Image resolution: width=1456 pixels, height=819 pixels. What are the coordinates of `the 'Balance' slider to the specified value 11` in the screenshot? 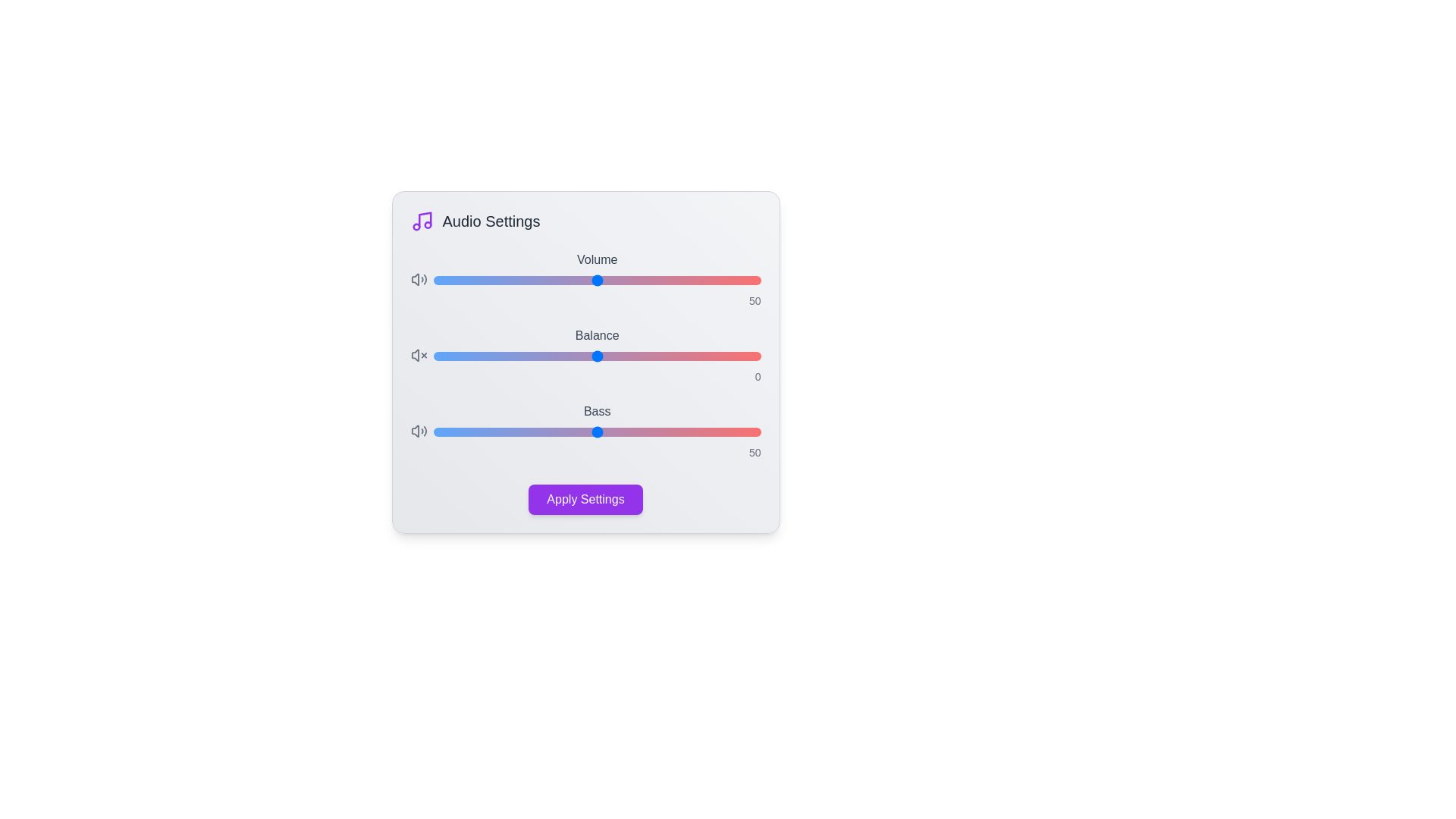 It's located at (633, 356).